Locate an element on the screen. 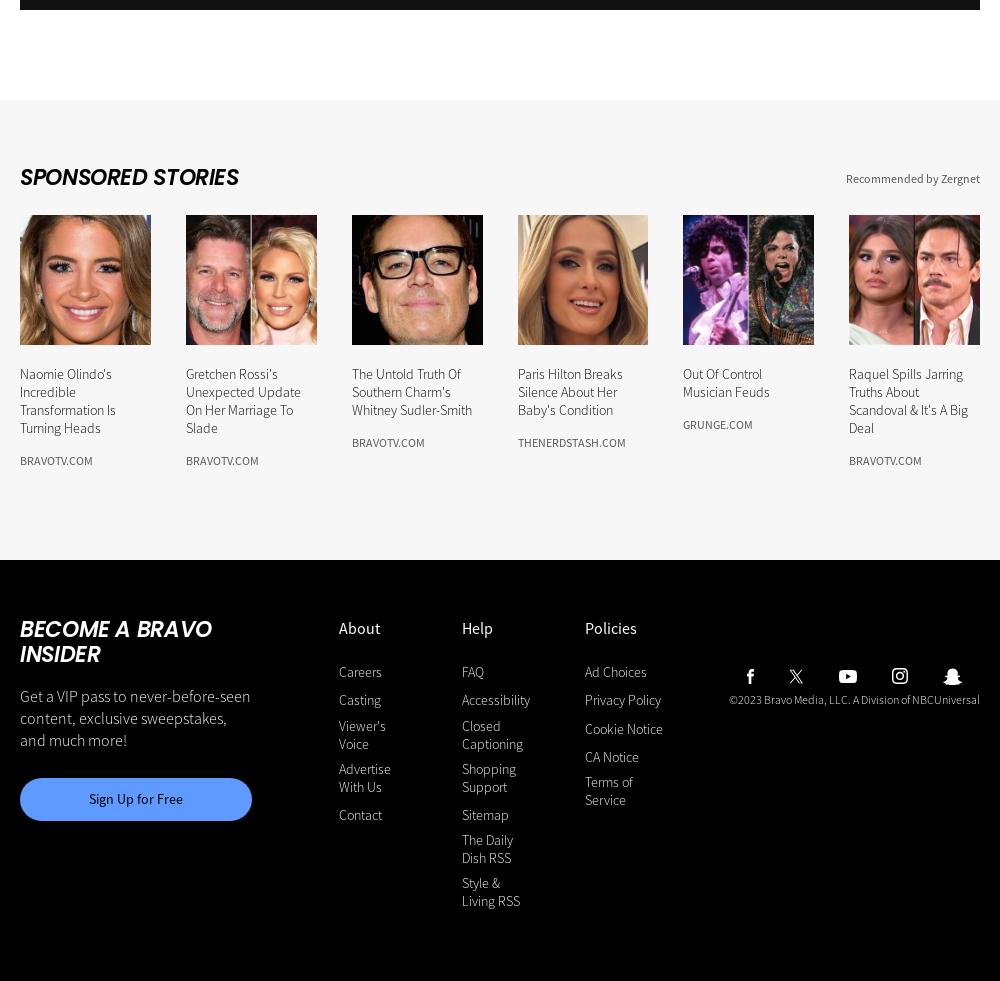 The image size is (1000, 981). 'About' is located at coordinates (357, 628).